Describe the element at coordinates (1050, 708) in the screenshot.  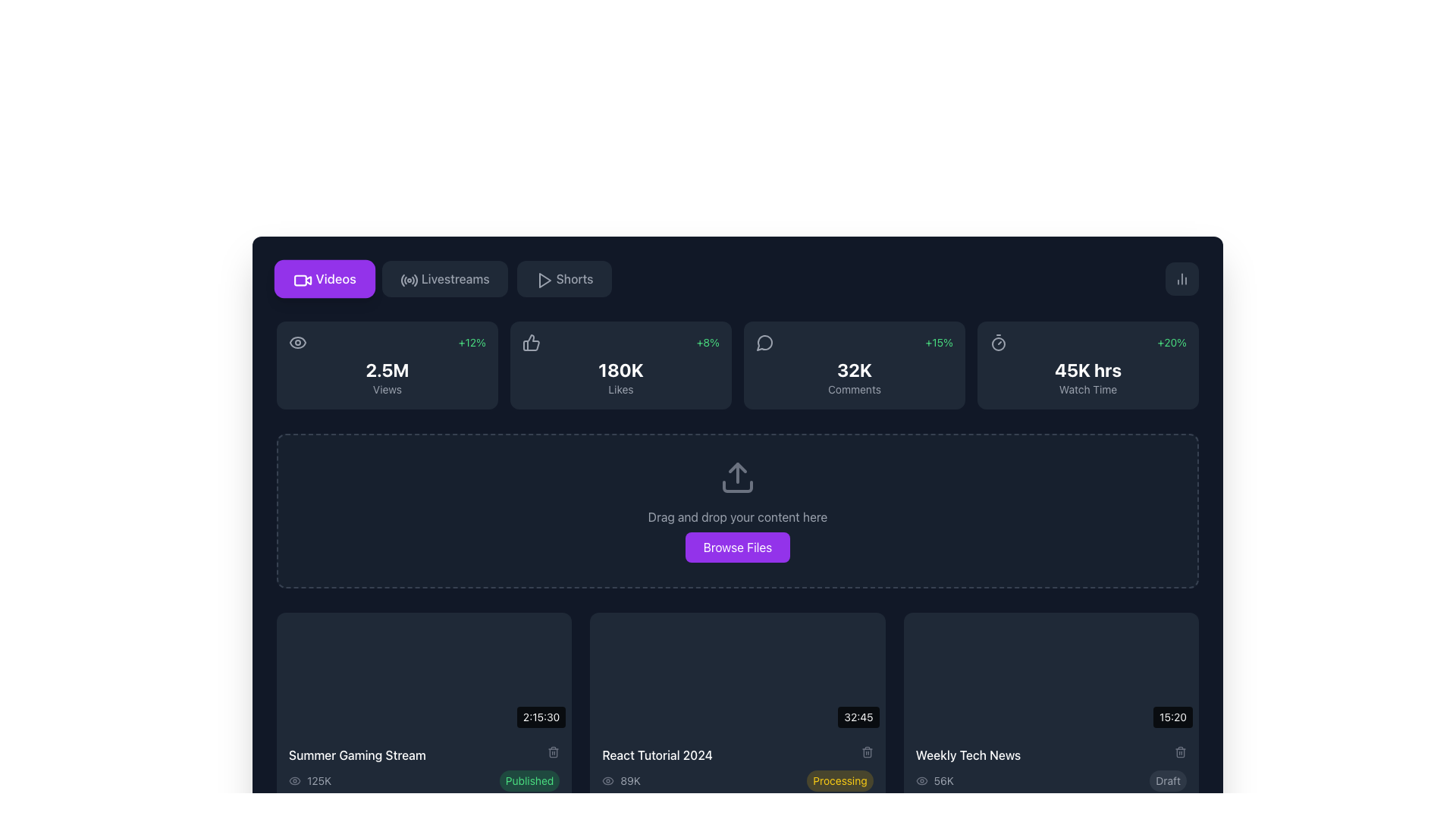
I see `the media content card titled 'Weekly Tech News' located in the bottom-right corner of the viewable section` at that location.